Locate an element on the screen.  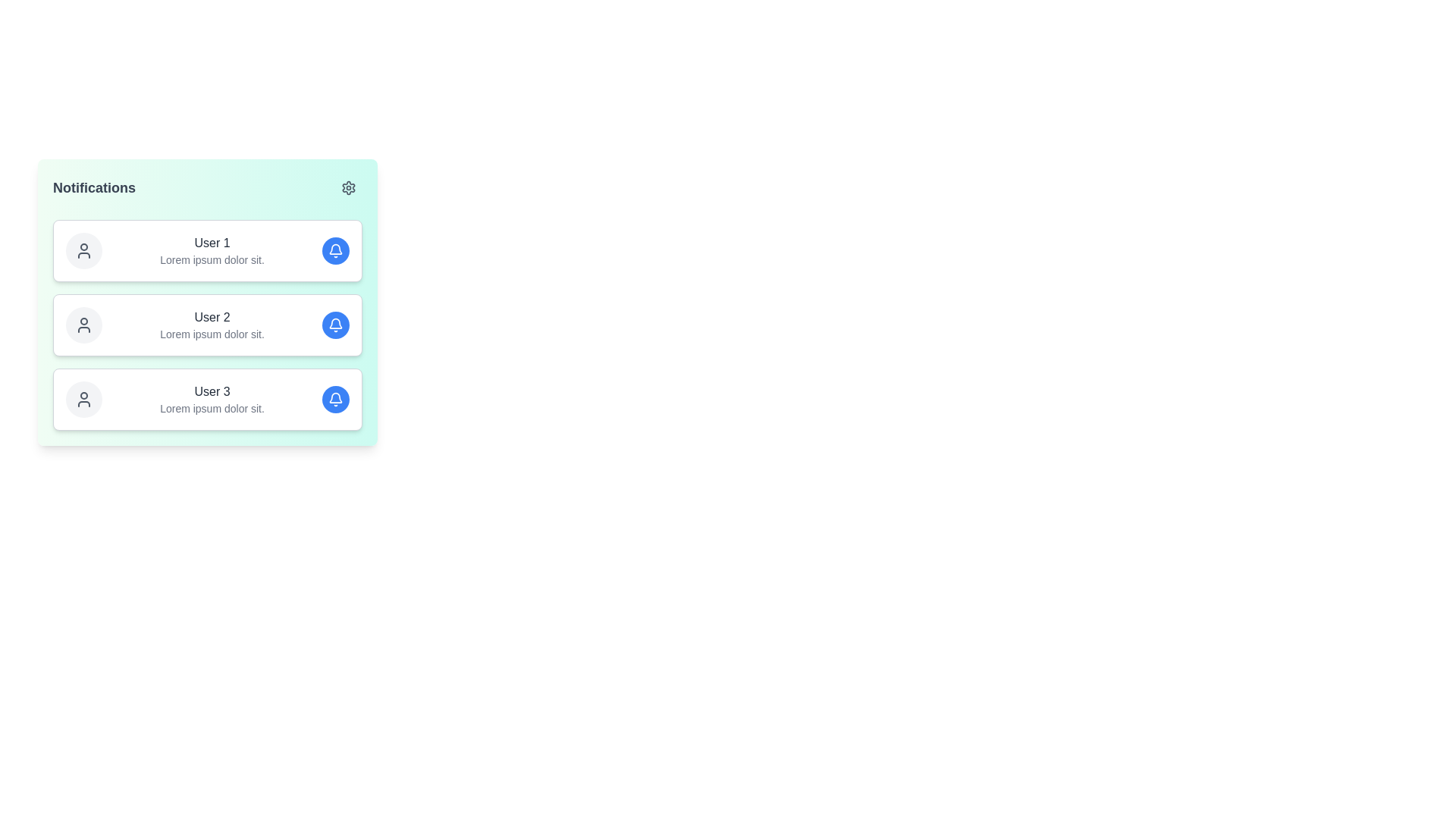
the user-related information text display located in the middle position of the notification card list is located at coordinates (211, 324).